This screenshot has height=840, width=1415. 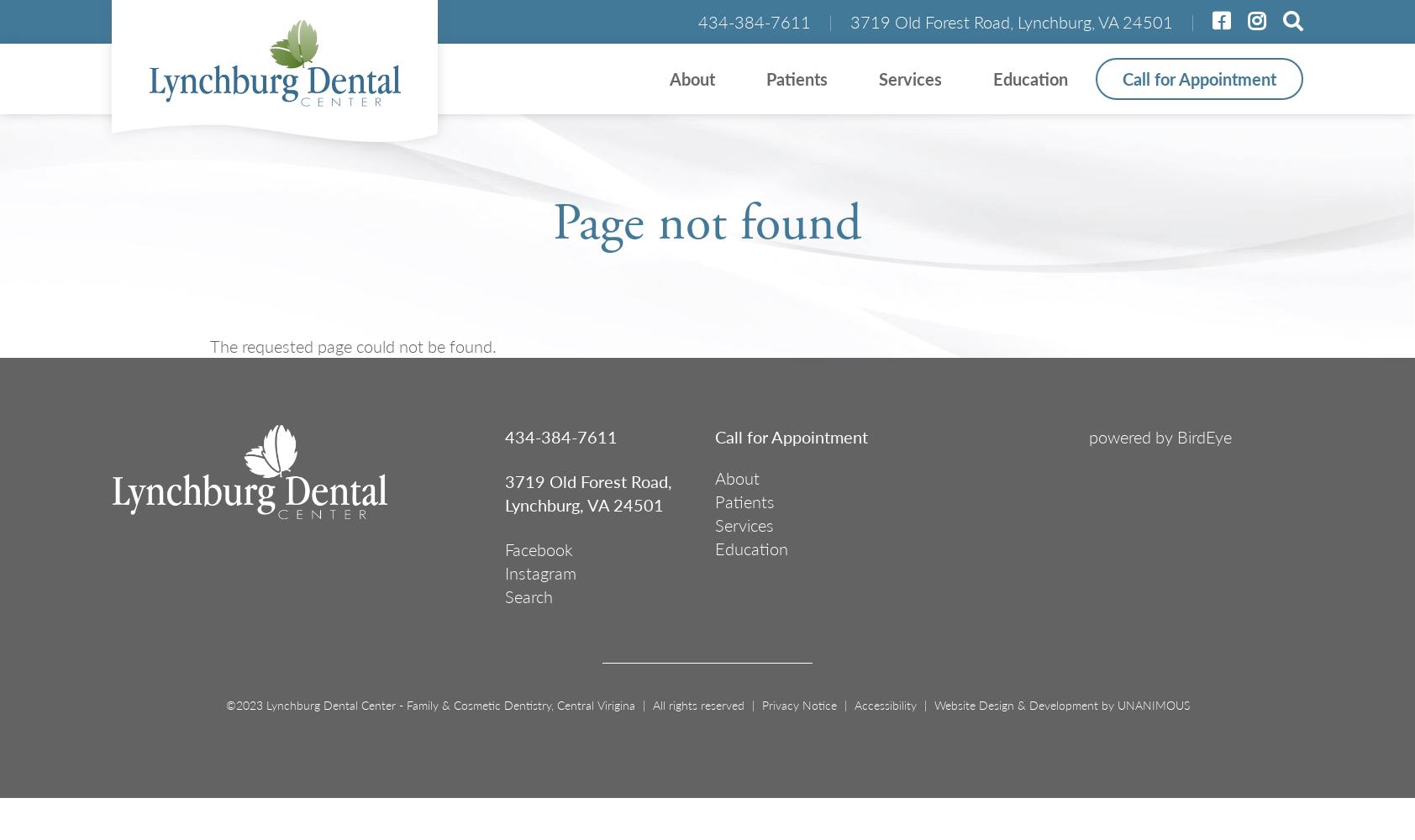 I want to click on 'All rights reserved', so click(x=697, y=704).